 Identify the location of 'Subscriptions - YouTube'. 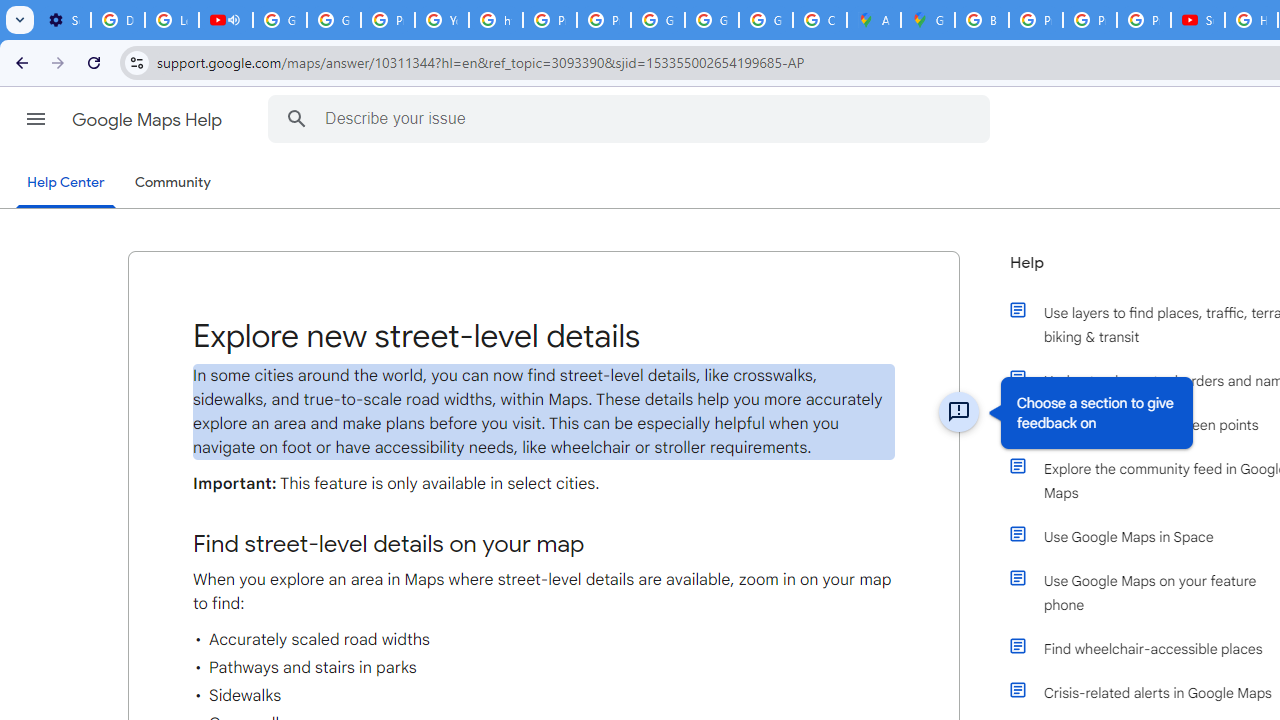
(1198, 20).